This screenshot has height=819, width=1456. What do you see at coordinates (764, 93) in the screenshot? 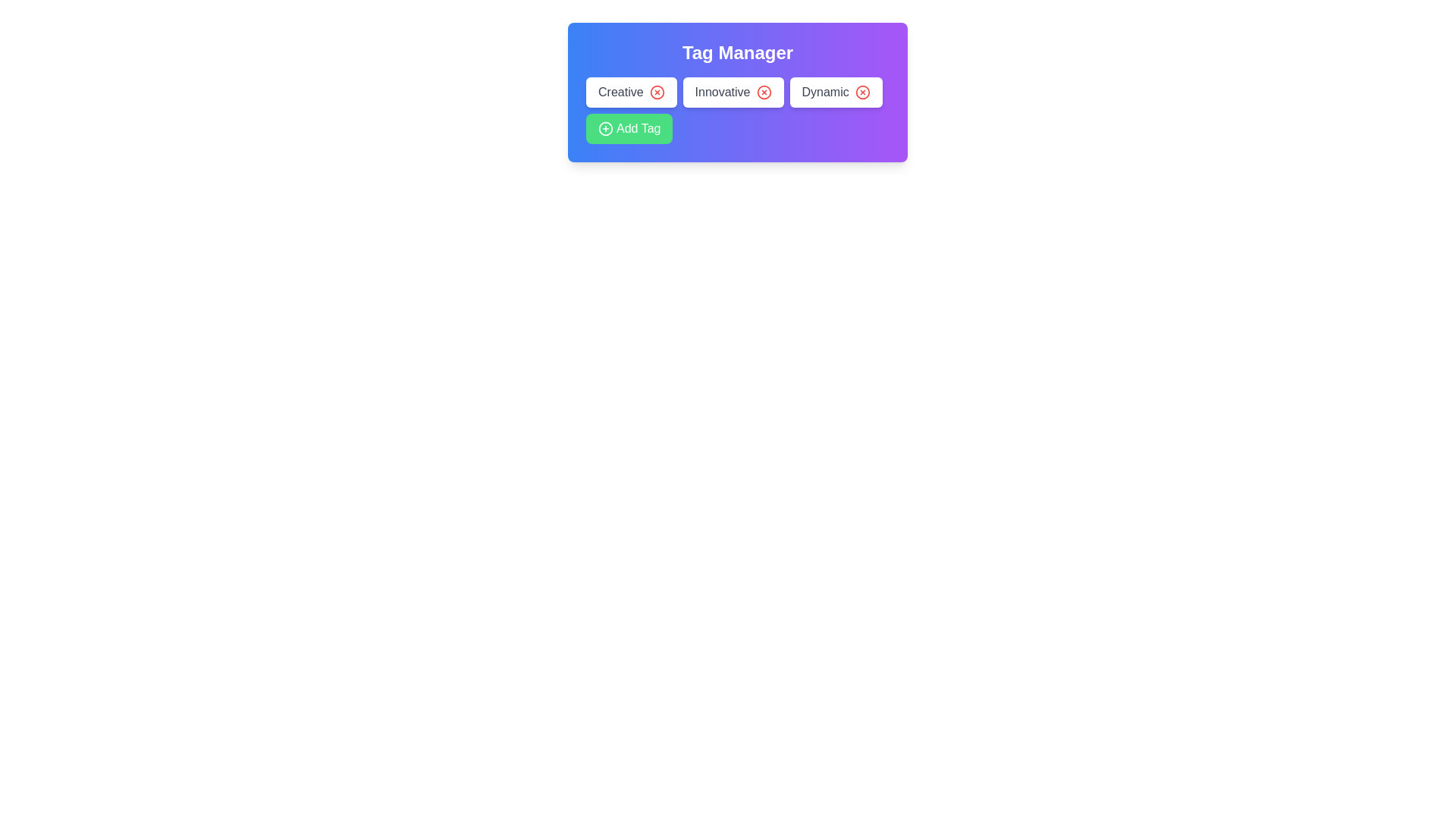
I see `remove button for the tag labeled Innovative` at bounding box center [764, 93].